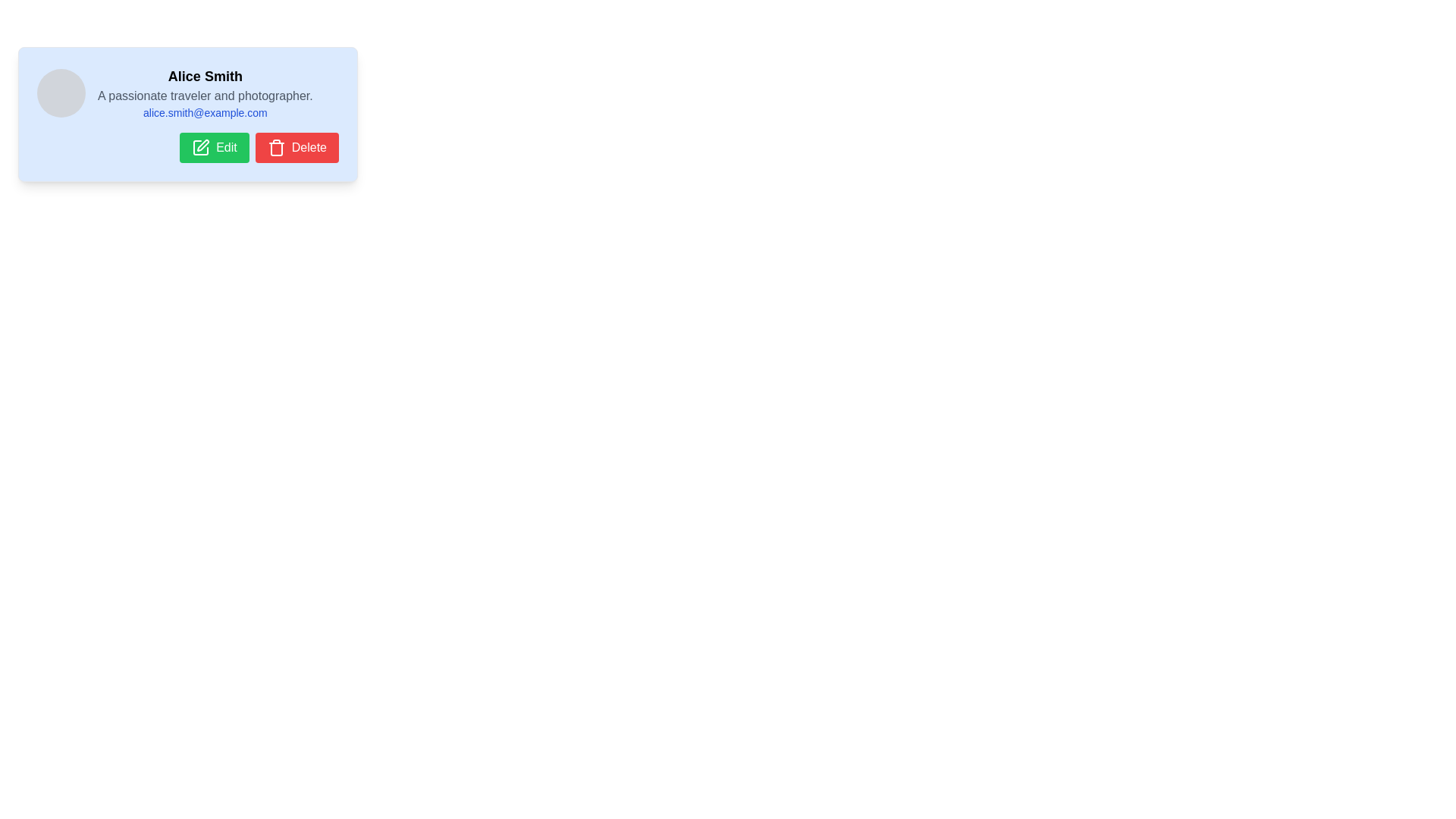 This screenshot has width=1456, height=819. I want to click on the stroke-based icon resembling a stylized pen within the green button labeled 'Edit' that is adjacent to the red 'Delete' button, so click(202, 146).